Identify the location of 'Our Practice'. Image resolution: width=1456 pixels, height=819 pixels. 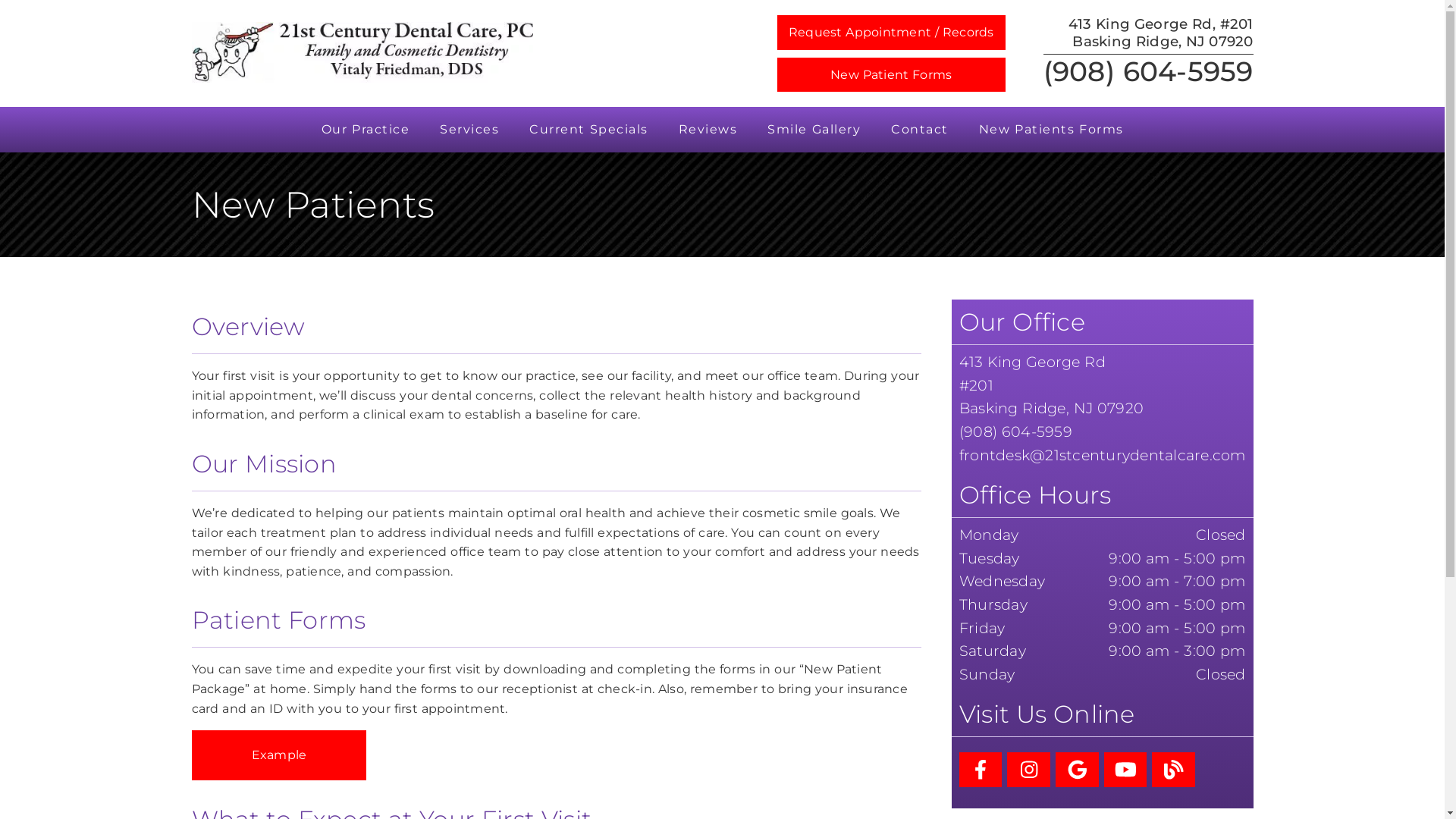
(366, 128).